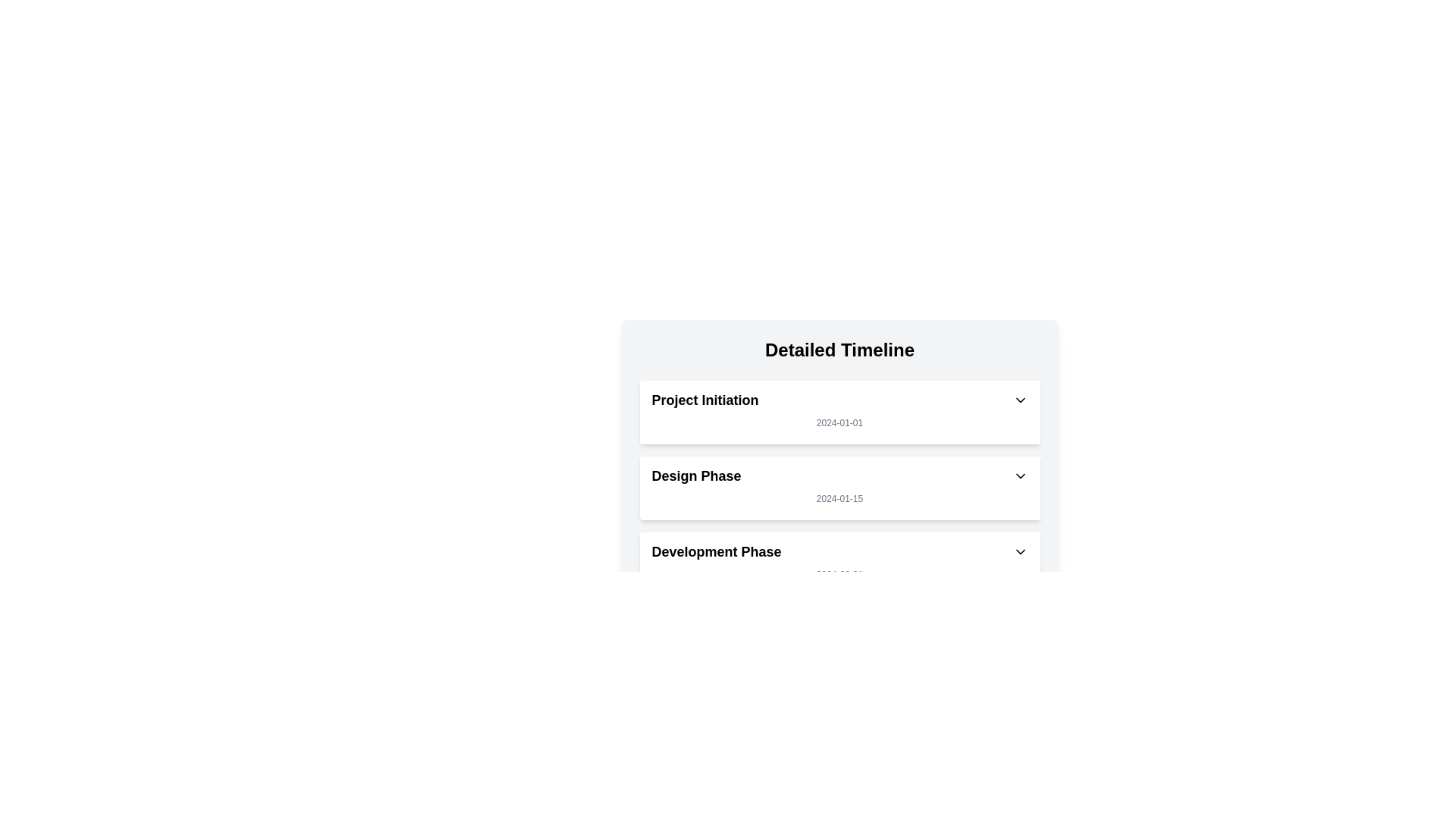  What do you see at coordinates (716, 552) in the screenshot?
I see `the 'Development Phase' text label, which is styled in bold and larger font, located below the 'Design Phase' section in the 'Detailed Timeline' vertical list` at bounding box center [716, 552].